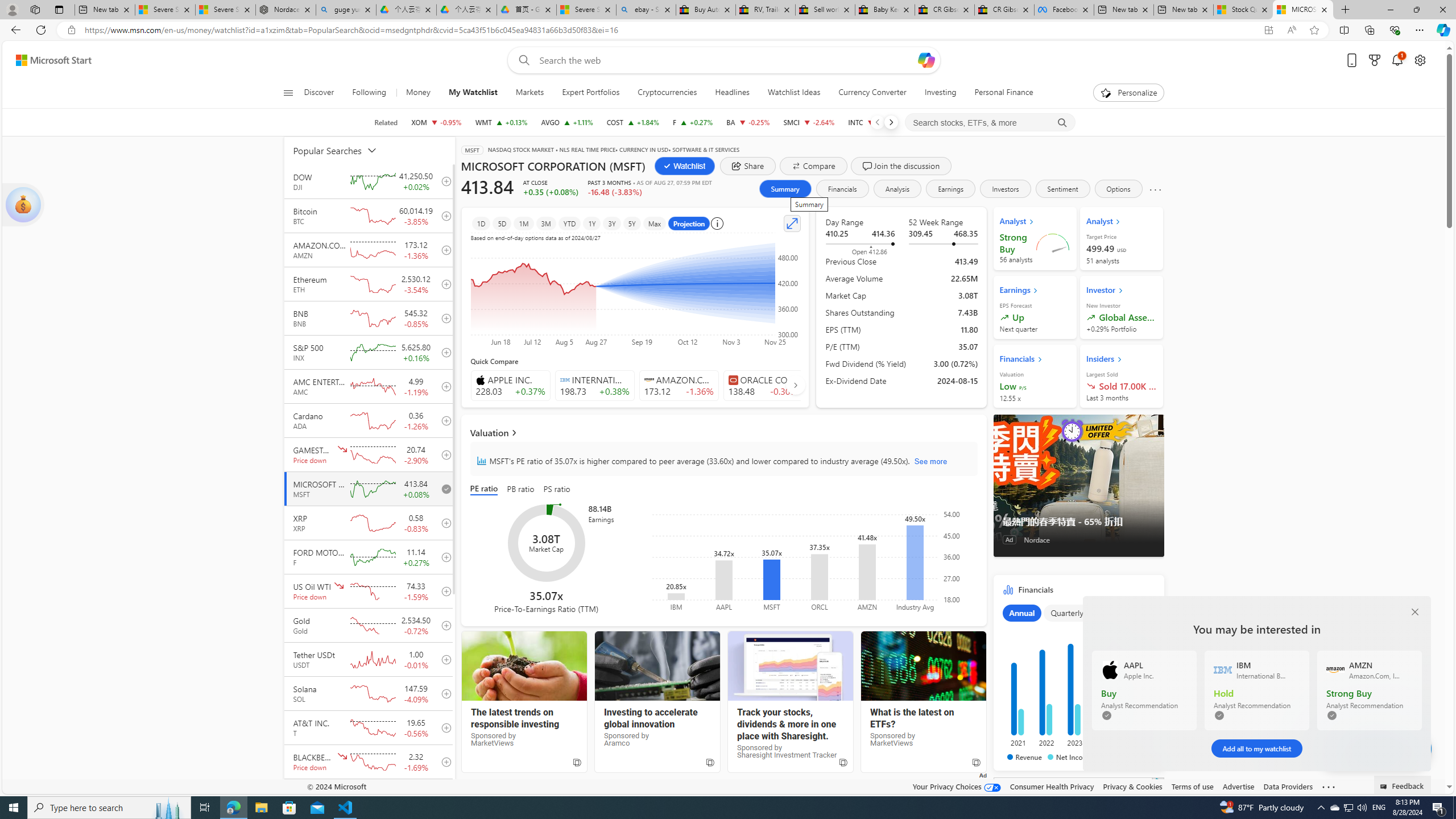 This screenshot has width=1456, height=819. I want to click on 'Watchlist Ideas', so click(793, 92).